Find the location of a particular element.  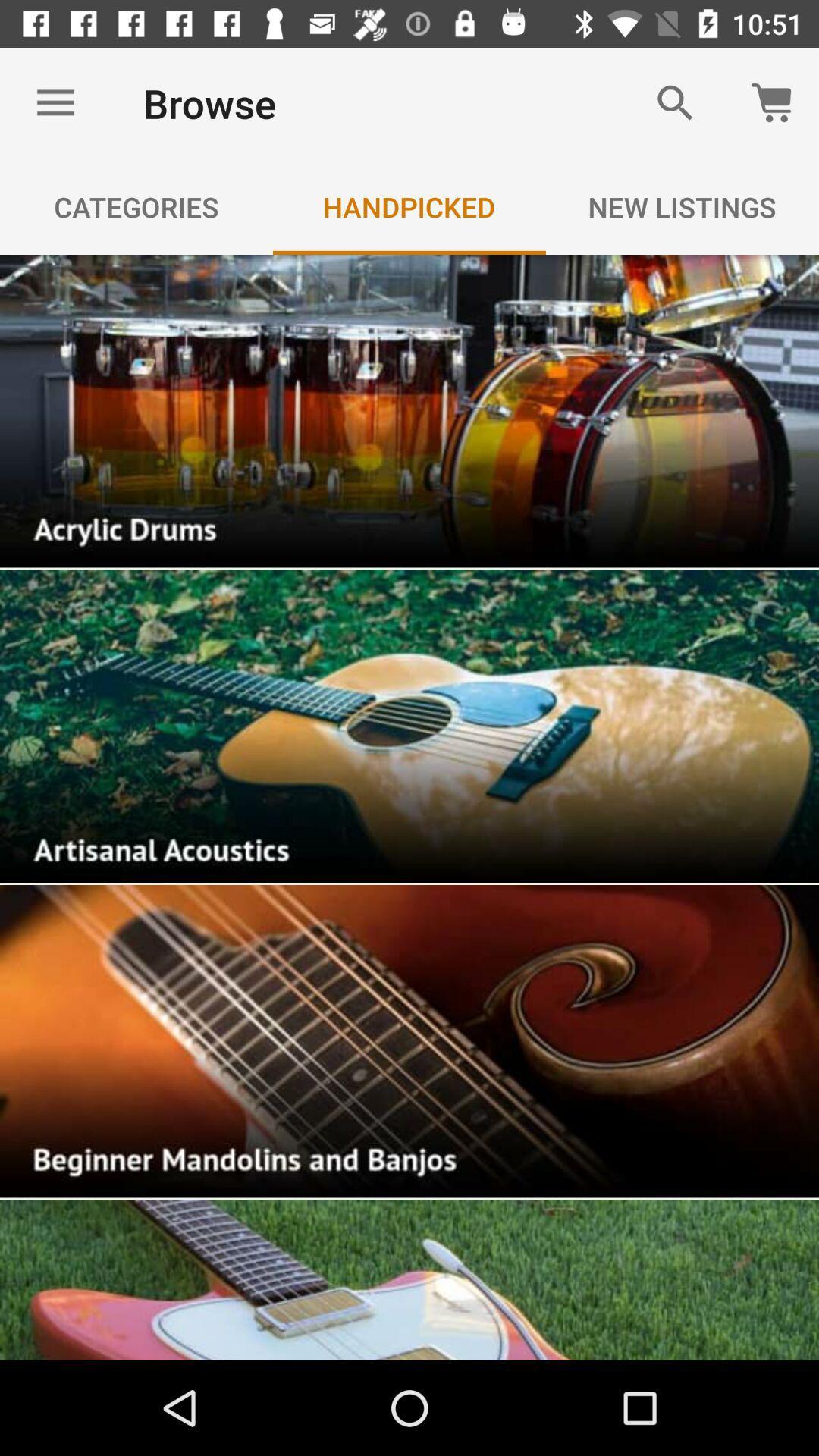

icon next to browse item is located at coordinates (55, 102).